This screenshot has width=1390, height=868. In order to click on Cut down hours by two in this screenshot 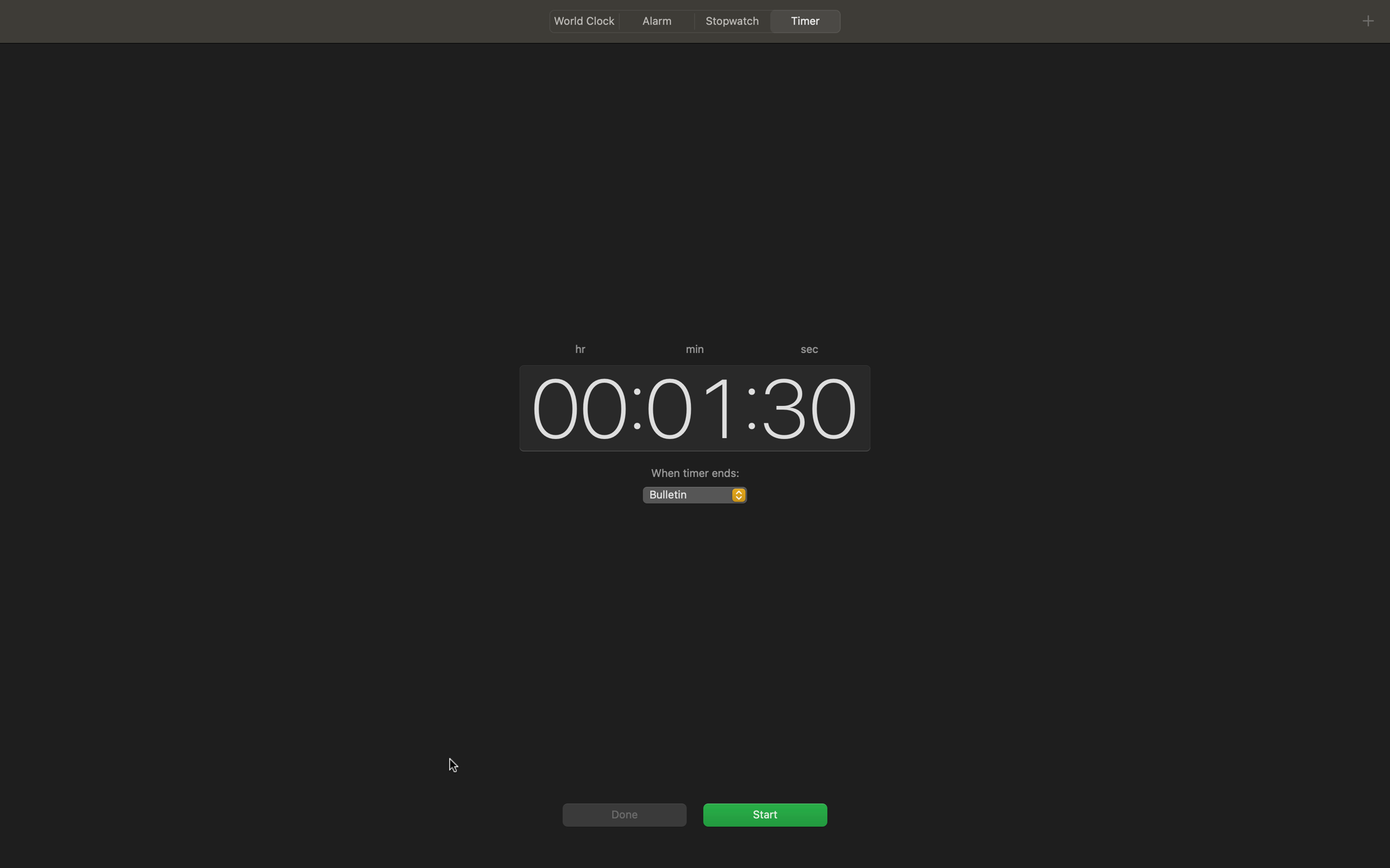, I will do `click(574, 406)`.